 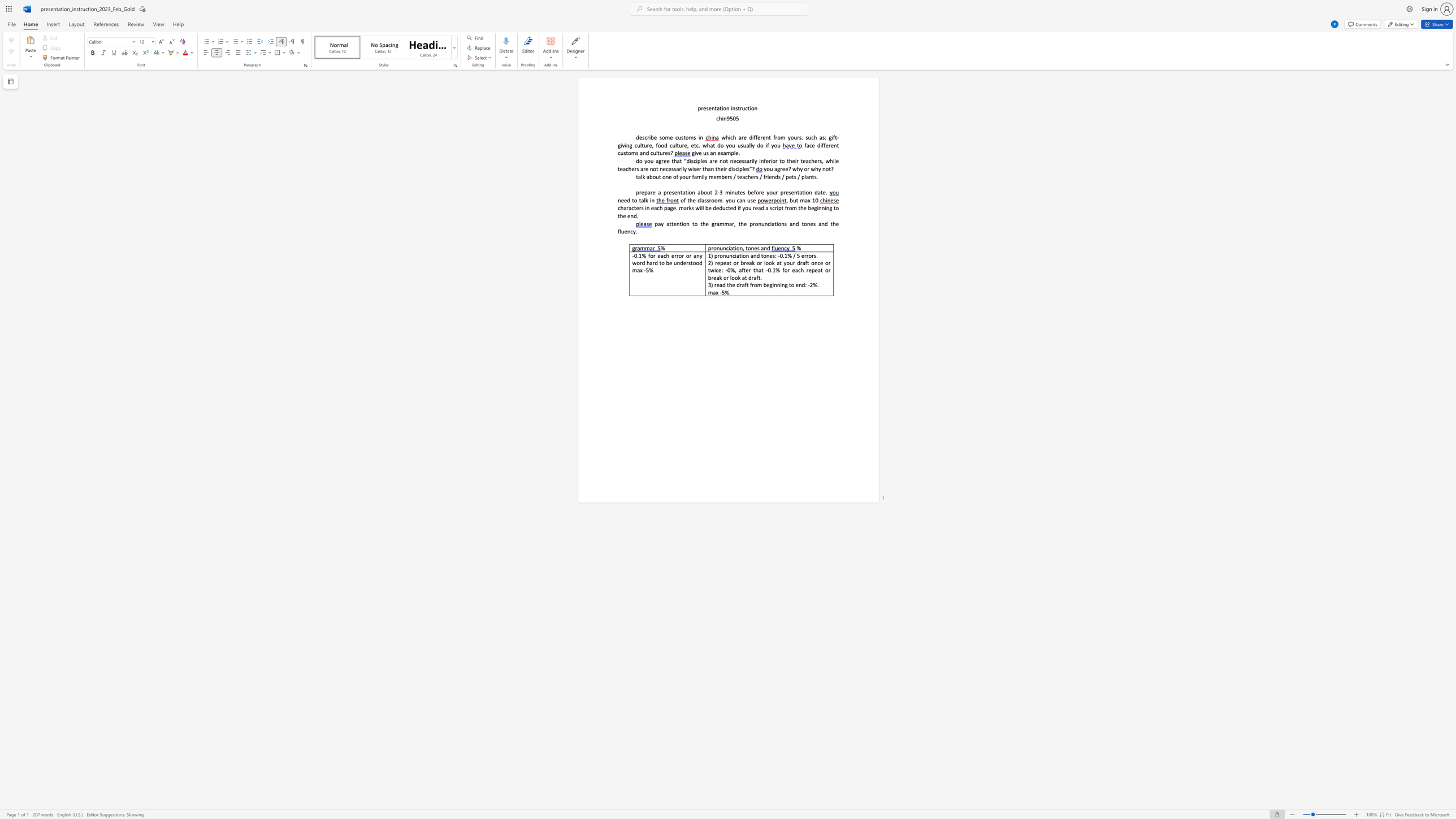 What do you see at coordinates (634, 200) in the screenshot?
I see `the subset text "o ta" within the text "need to talk in"` at bounding box center [634, 200].